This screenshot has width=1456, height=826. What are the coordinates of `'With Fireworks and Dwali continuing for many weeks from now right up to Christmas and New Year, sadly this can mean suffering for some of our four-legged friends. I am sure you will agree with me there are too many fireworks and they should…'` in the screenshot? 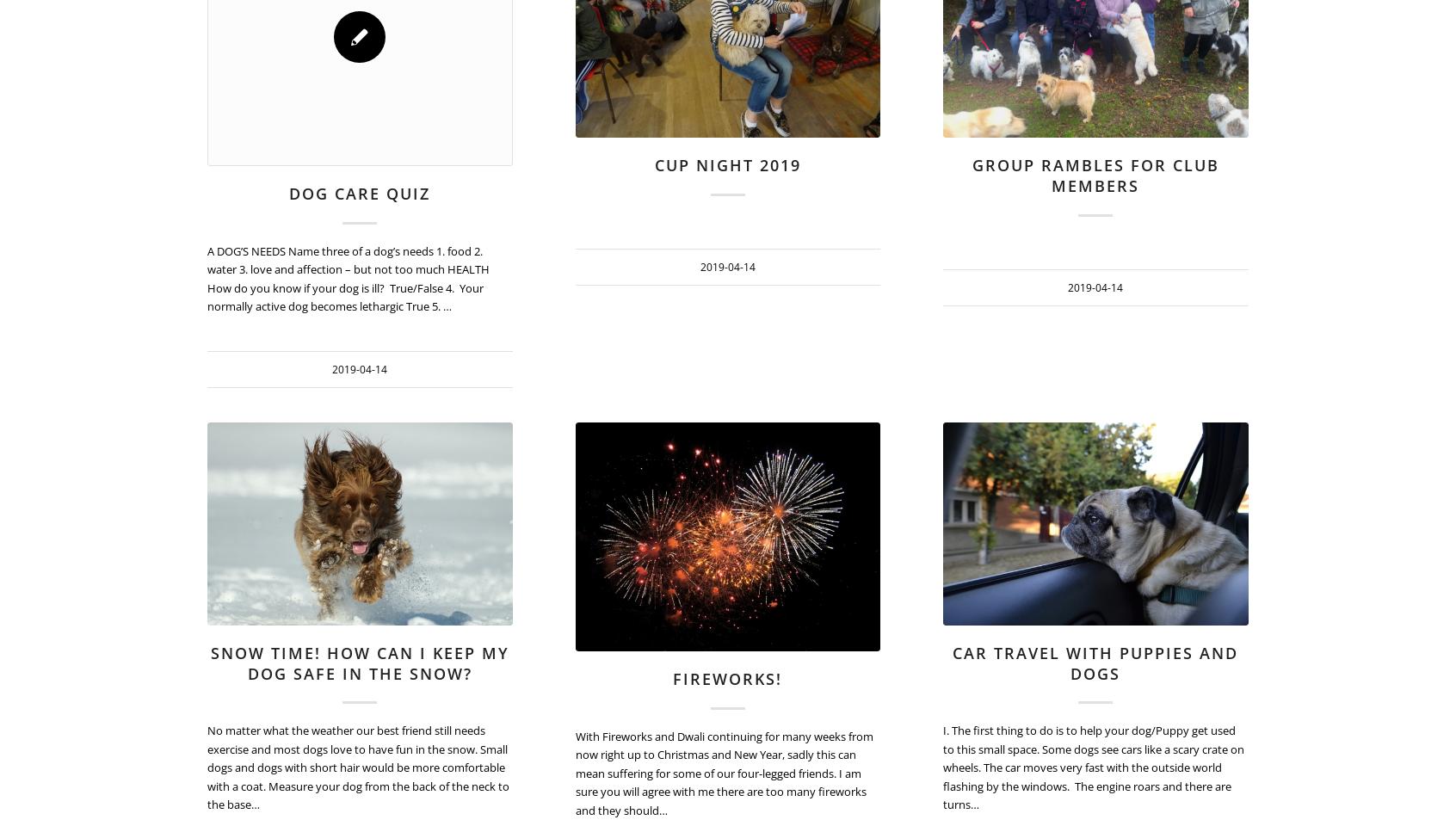 It's located at (575, 771).